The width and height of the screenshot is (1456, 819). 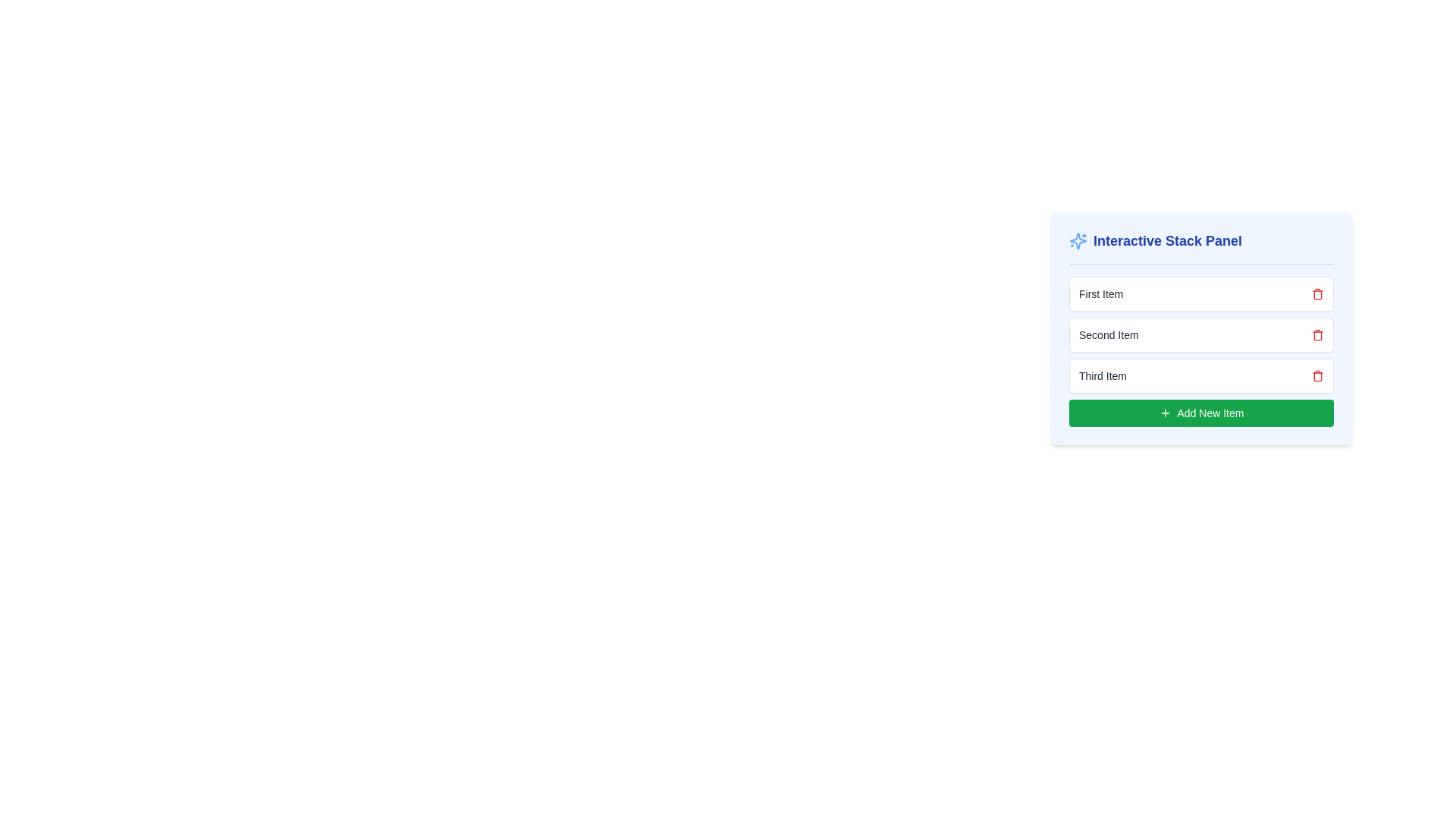 I want to click on the delete button icon located to the far right of the 'First Item' entry in the list panel, so click(x=1316, y=294).